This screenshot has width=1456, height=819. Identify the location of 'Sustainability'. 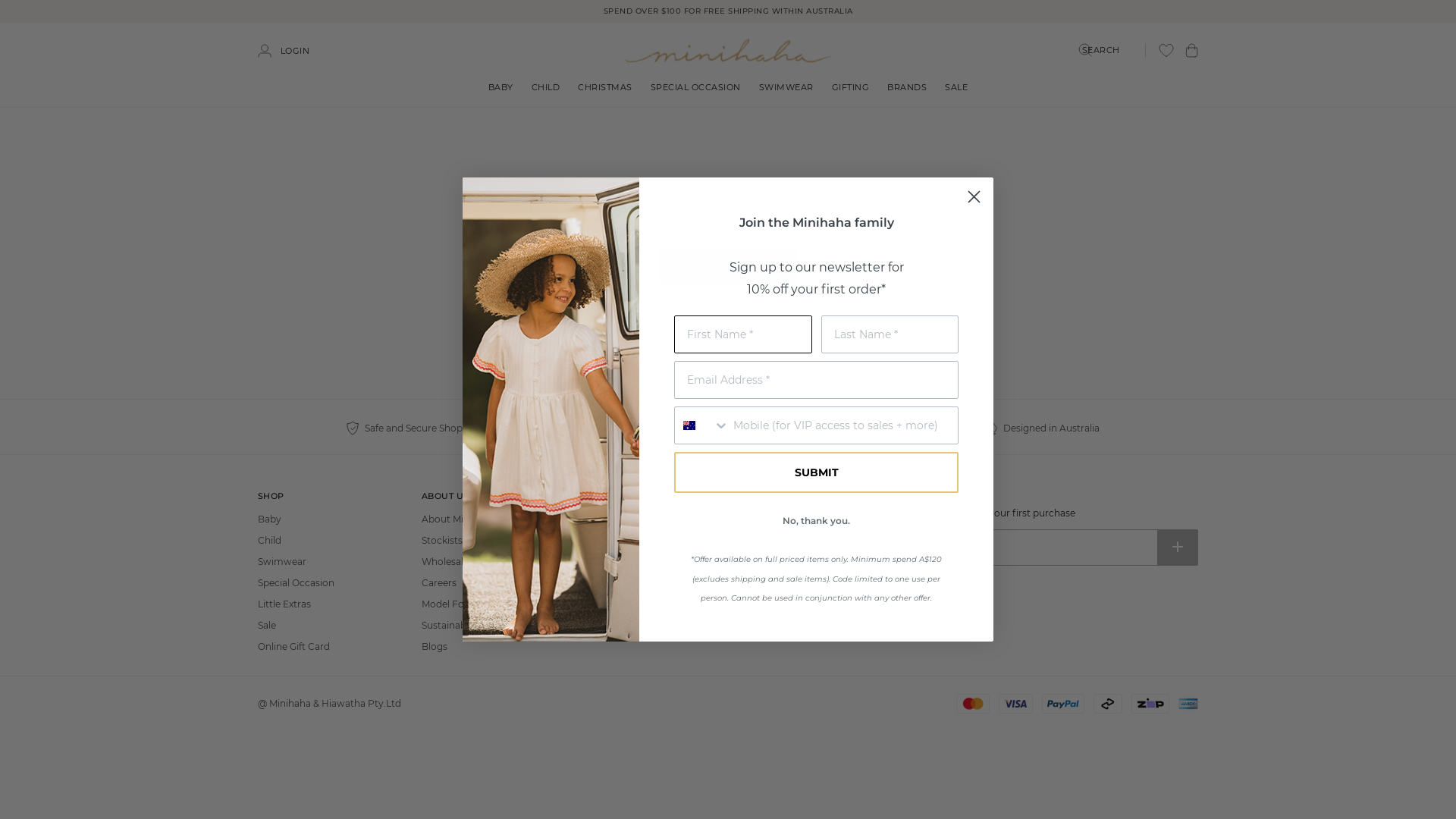
(450, 625).